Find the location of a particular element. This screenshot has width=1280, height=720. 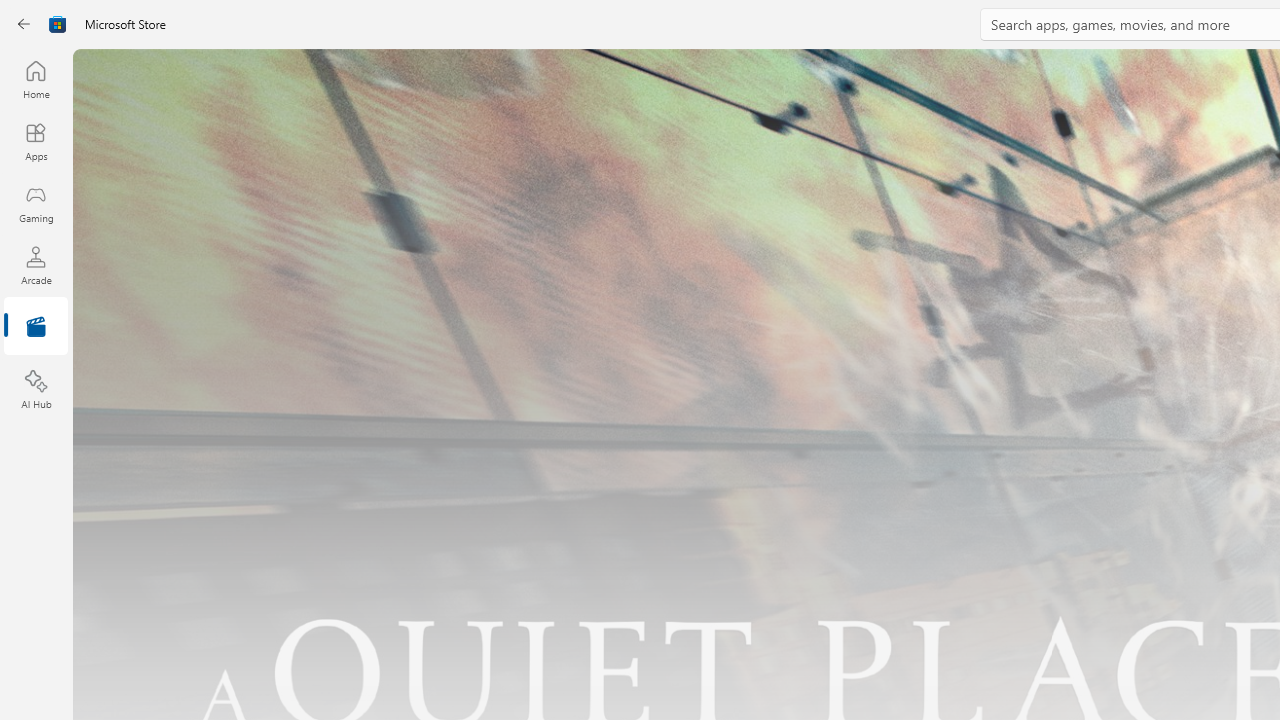

'Entertainment' is located at coordinates (35, 326).